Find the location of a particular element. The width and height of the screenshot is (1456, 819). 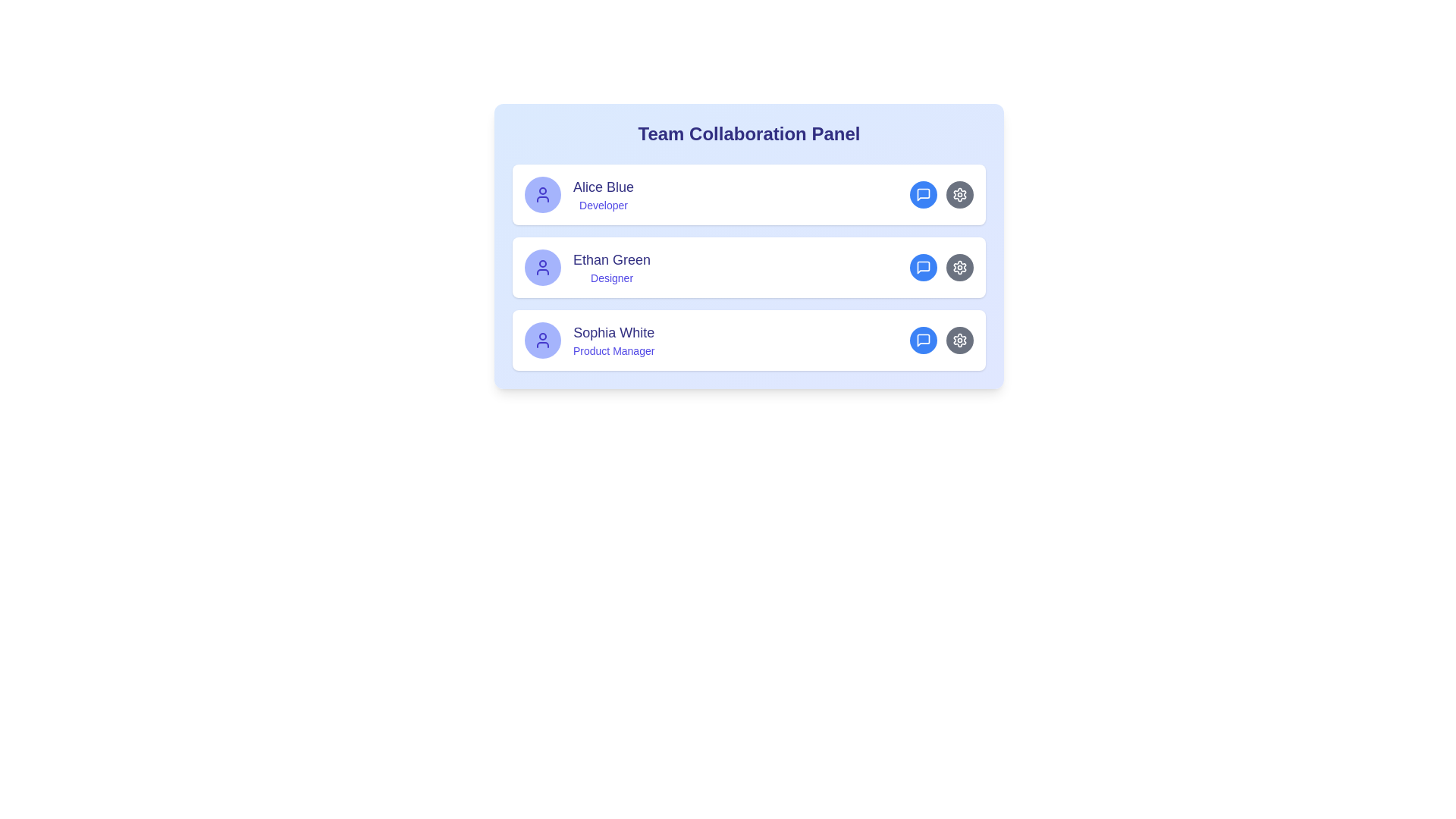

the static text label displaying 'Developer', which is styled in a smaller indigo font and located directly below 'Alice Blue' in the 'Team Collaboration Panel' is located at coordinates (603, 205).